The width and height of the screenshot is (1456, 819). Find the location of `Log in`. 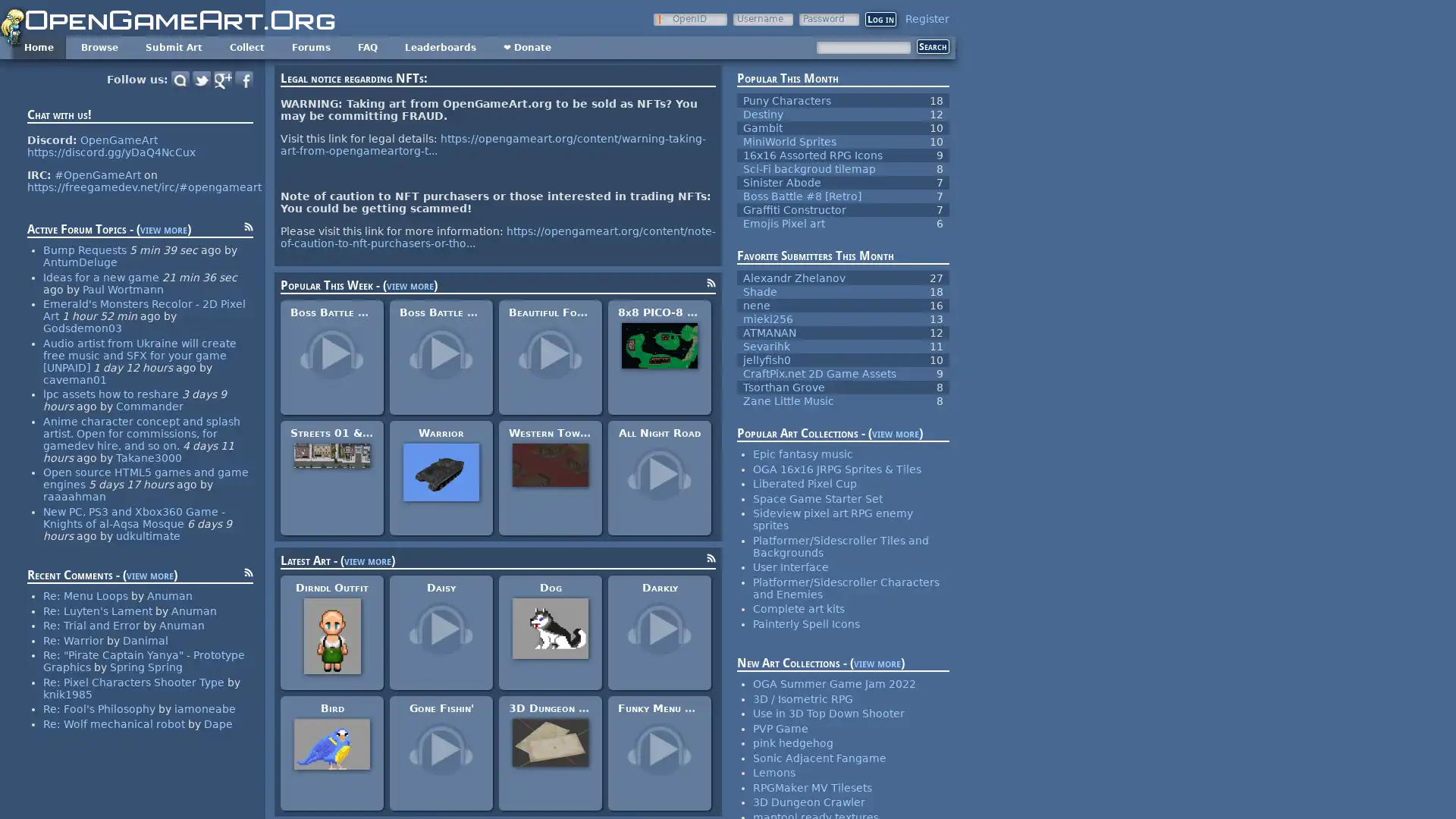

Log in is located at coordinates (880, 19).